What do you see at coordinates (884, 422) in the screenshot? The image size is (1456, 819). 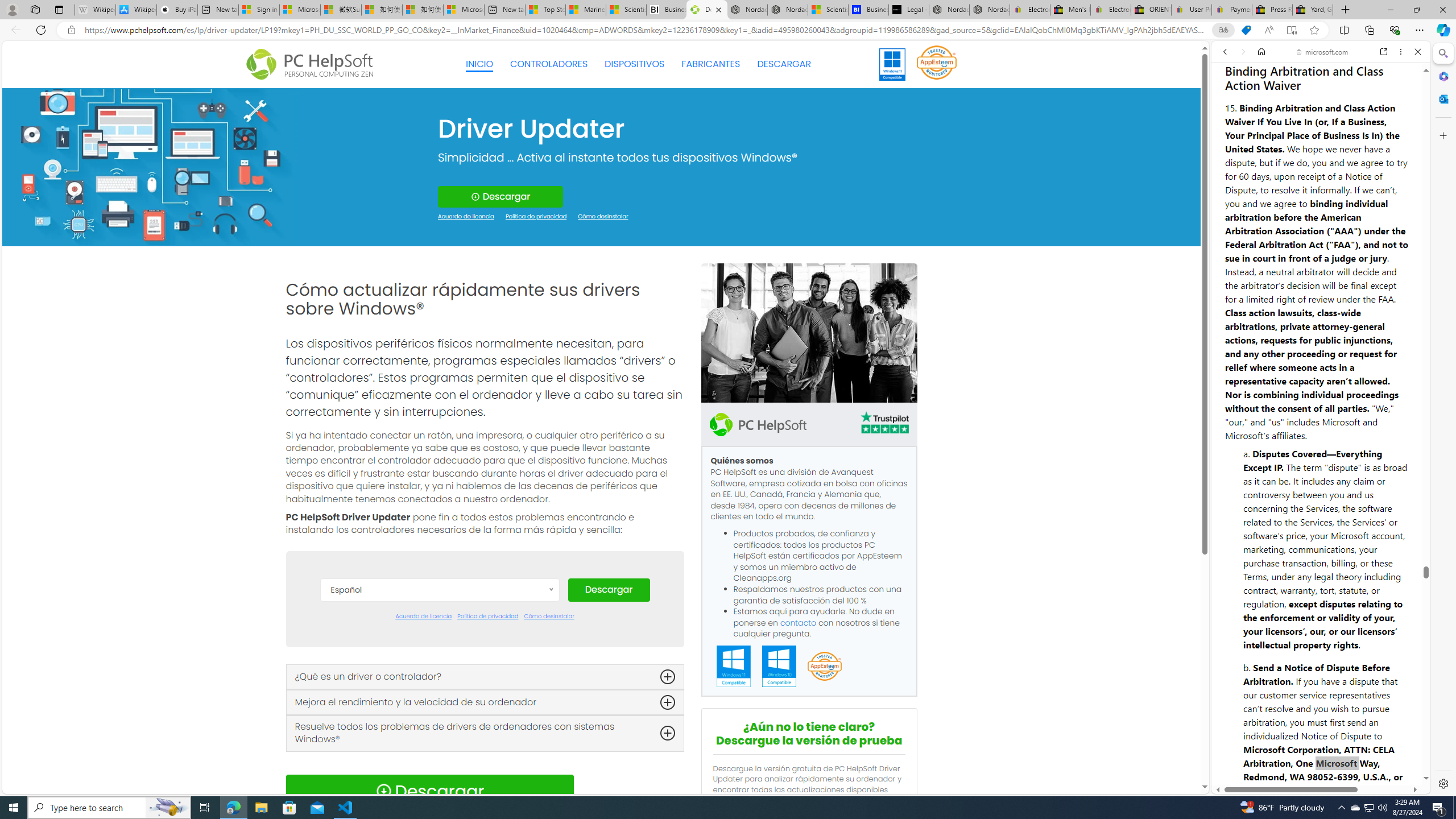 I see `'TrustPilot'` at bounding box center [884, 422].